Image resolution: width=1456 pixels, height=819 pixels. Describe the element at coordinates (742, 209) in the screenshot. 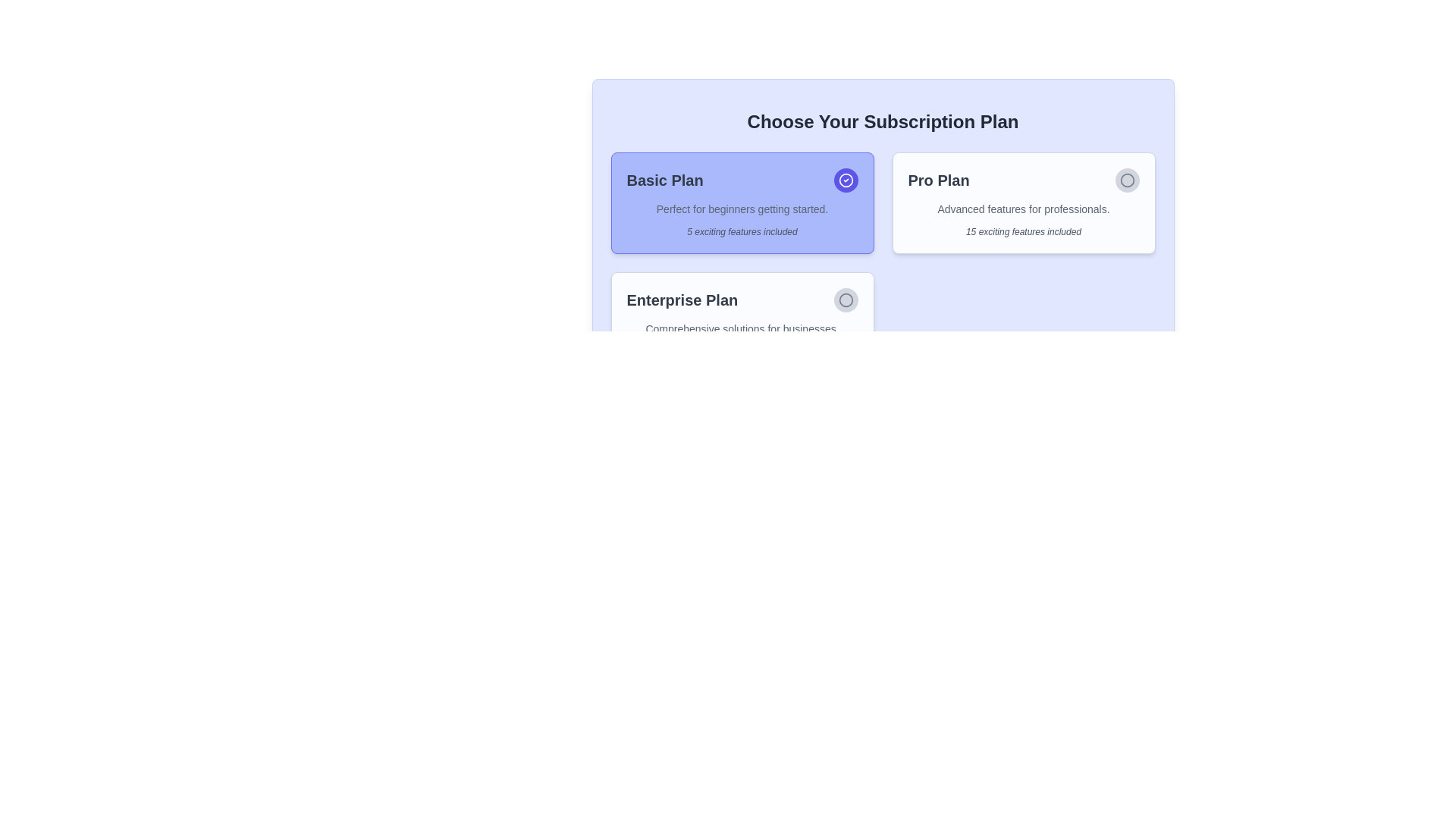

I see `text label providing a brief summary for the Basic Plan subscription located within the subscription plan card, beneath the title 'Basic Plan' and above the note '5 exciting features included'` at that location.